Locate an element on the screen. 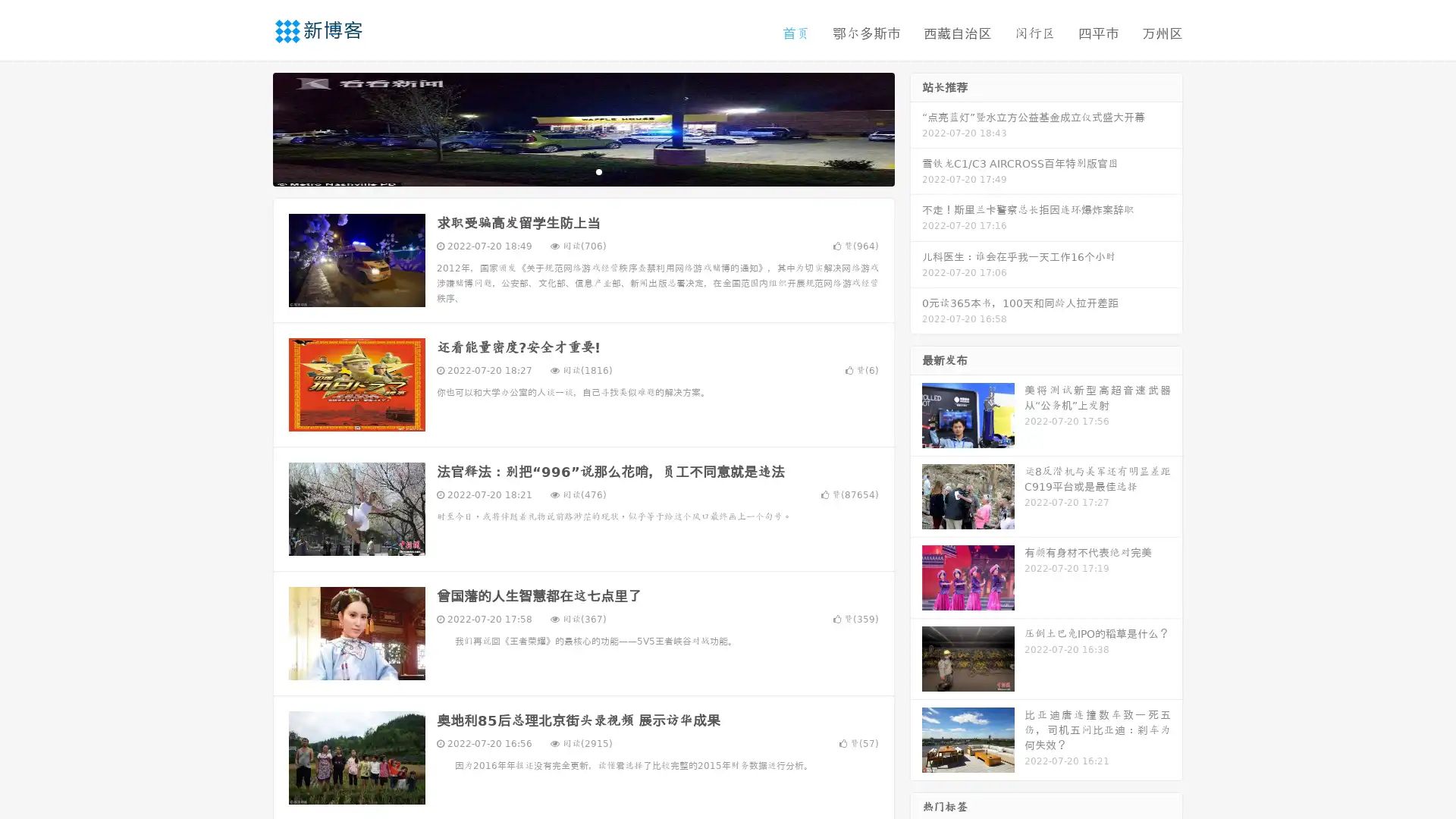  Go to slide 3 is located at coordinates (598, 171).